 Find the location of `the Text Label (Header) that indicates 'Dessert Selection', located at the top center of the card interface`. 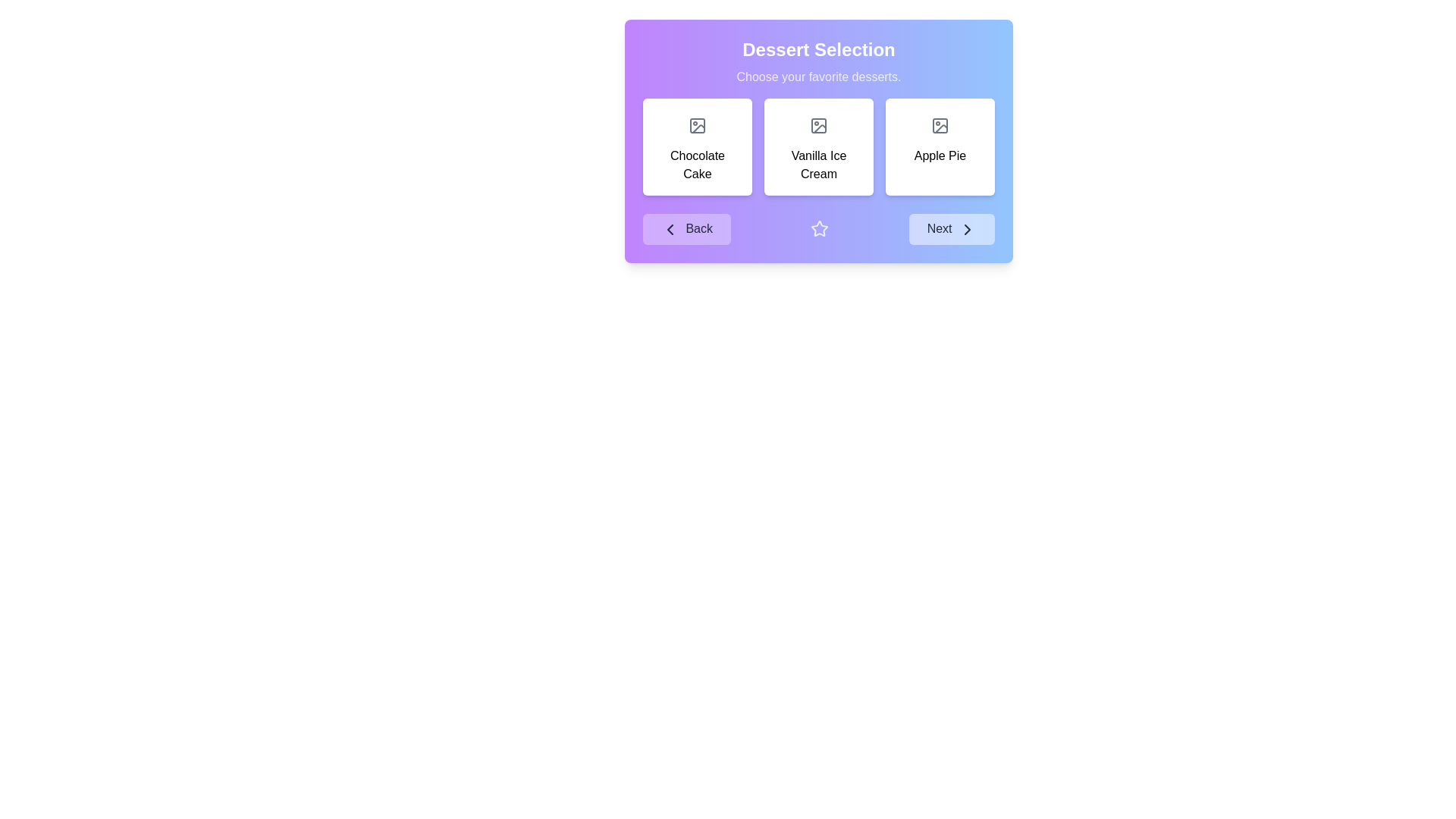

the Text Label (Header) that indicates 'Dessert Selection', located at the top center of the card interface is located at coordinates (818, 49).